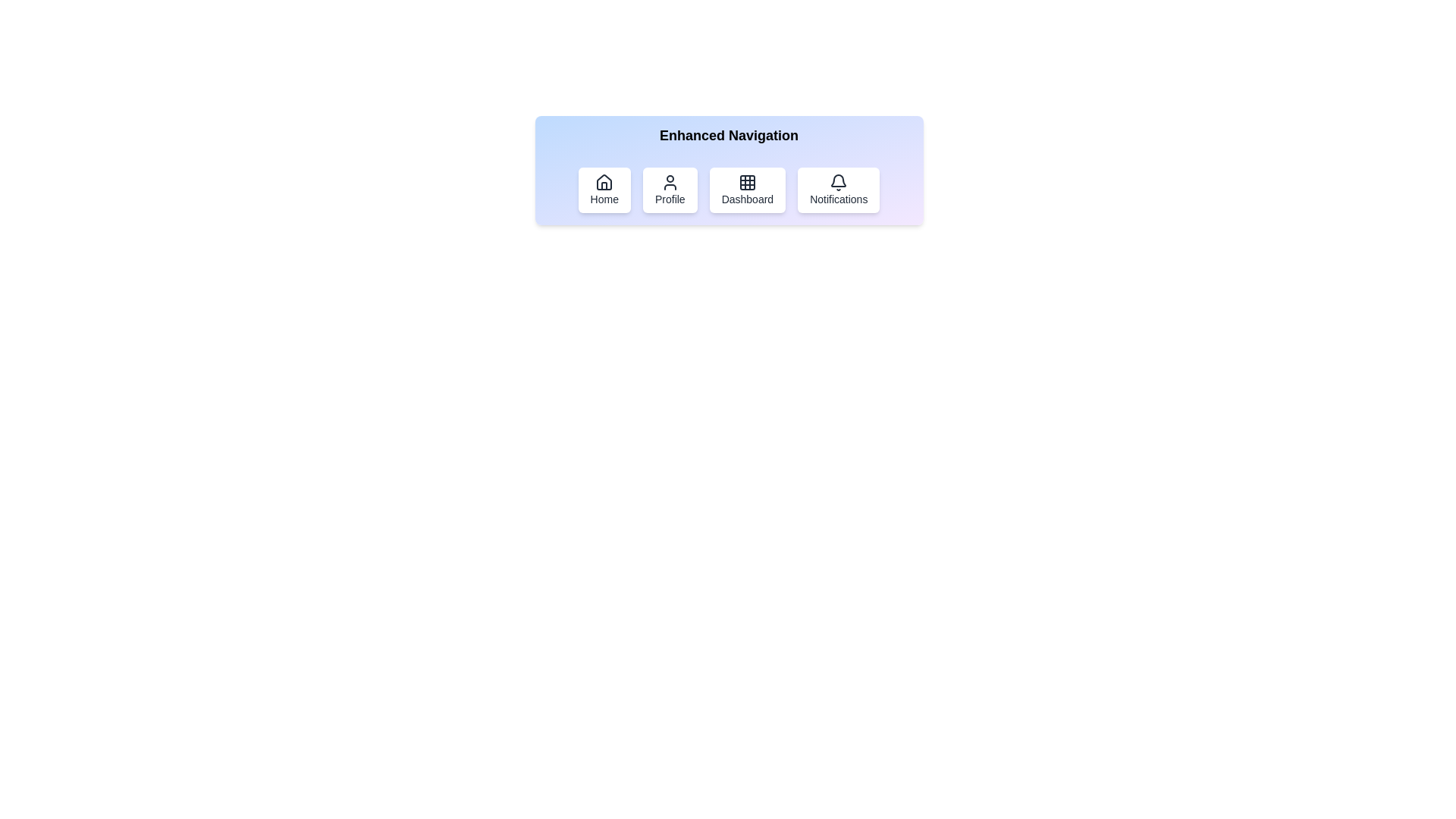 The width and height of the screenshot is (1456, 819). What do you see at coordinates (604, 181) in the screenshot?
I see `the 'Home' icon located in the navigation bar` at bounding box center [604, 181].